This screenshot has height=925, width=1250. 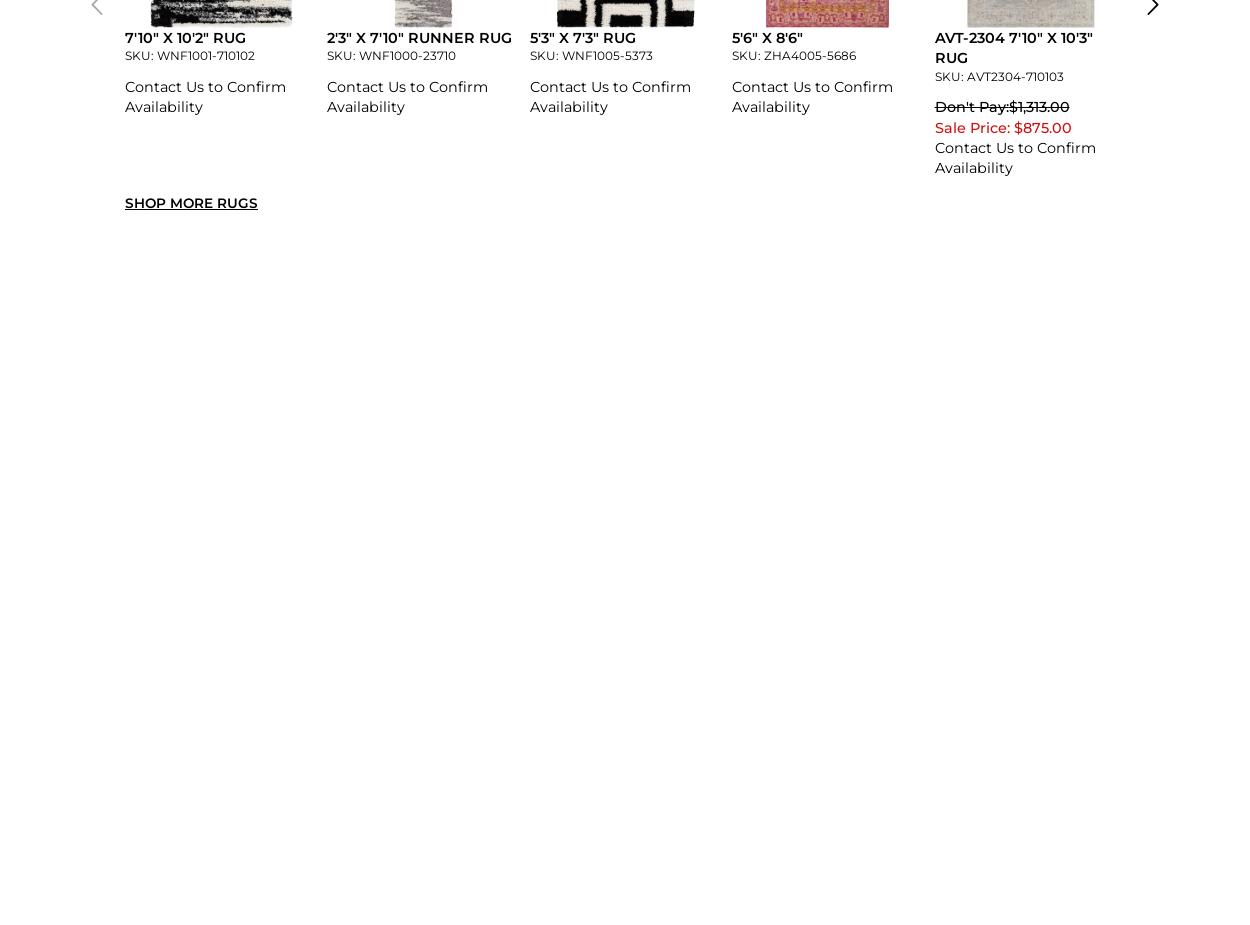 I want to click on 'SKU: ZHA4005-5686', so click(x=794, y=54).